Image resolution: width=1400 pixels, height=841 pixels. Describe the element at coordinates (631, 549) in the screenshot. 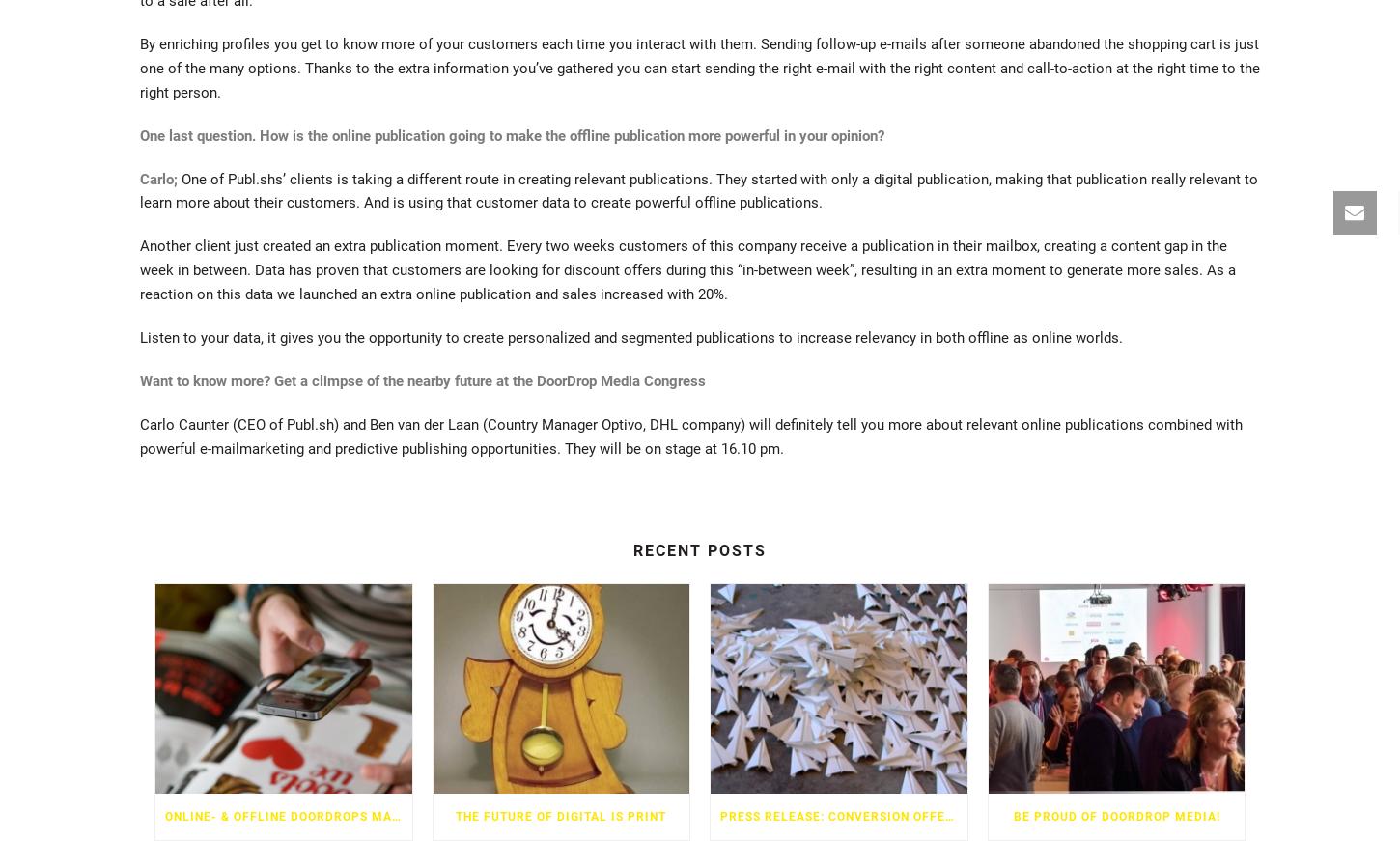

I see `'Recent Posts'` at that location.